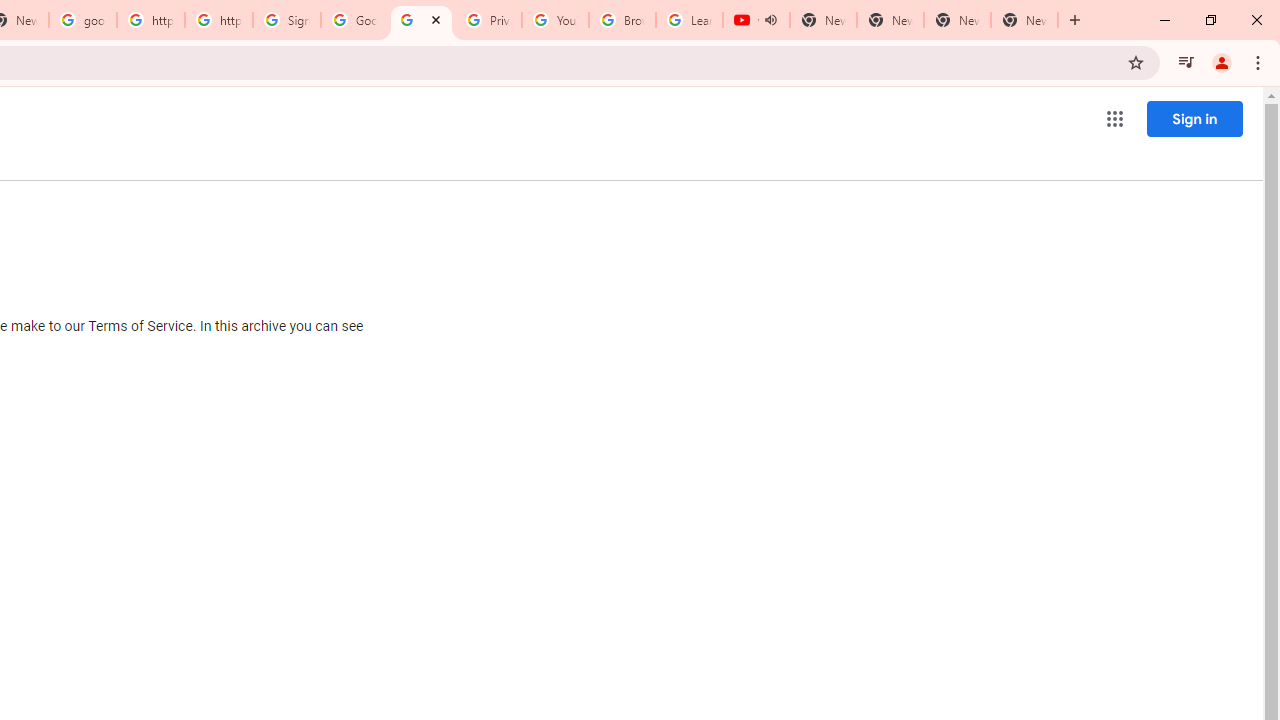 This screenshot has height=720, width=1280. Describe the element at coordinates (150, 20) in the screenshot. I see `'https://scholar.google.com/'` at that location.